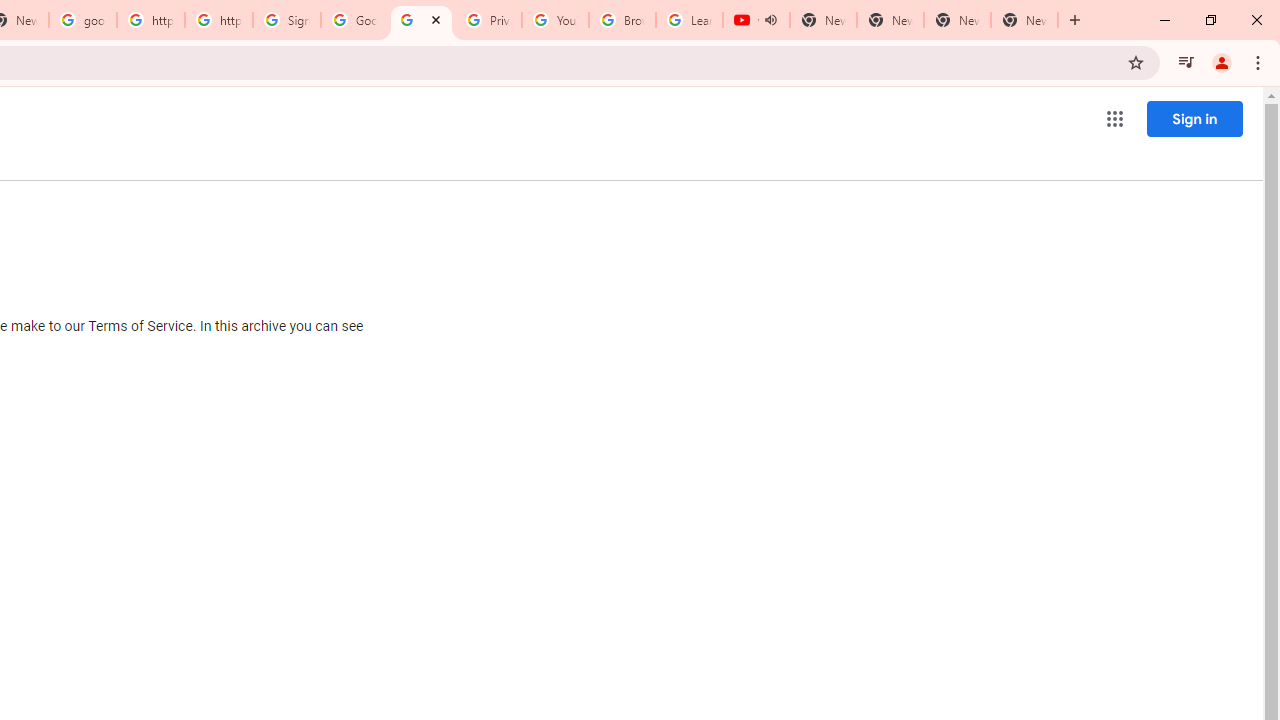 This screenshot has height=720, width=1280. Describe the element at coordinates (150, 20) in the screenshot. I see `'https://scholar.google.com/'` at that location.